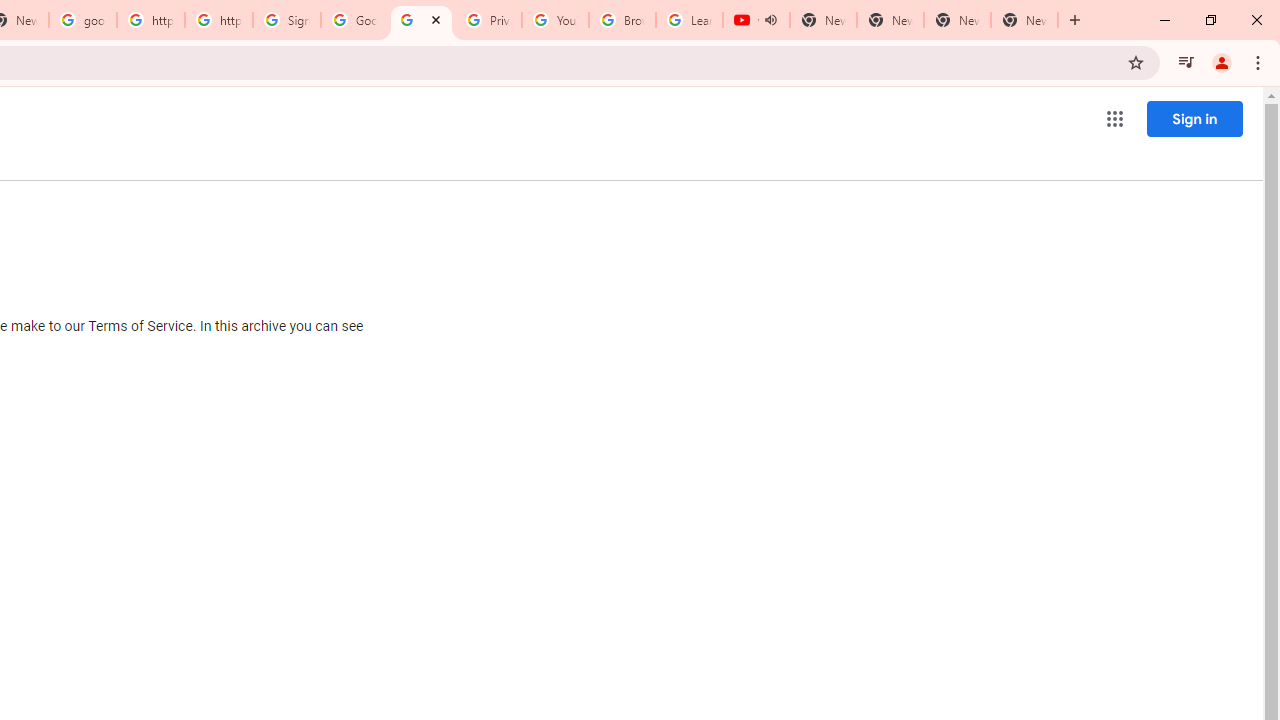 This screenshot has height=720, width=1280. Describe the element at coordinates (150, 20) in the screenshot. I see `'https://scholar.google.com/'` at that location.